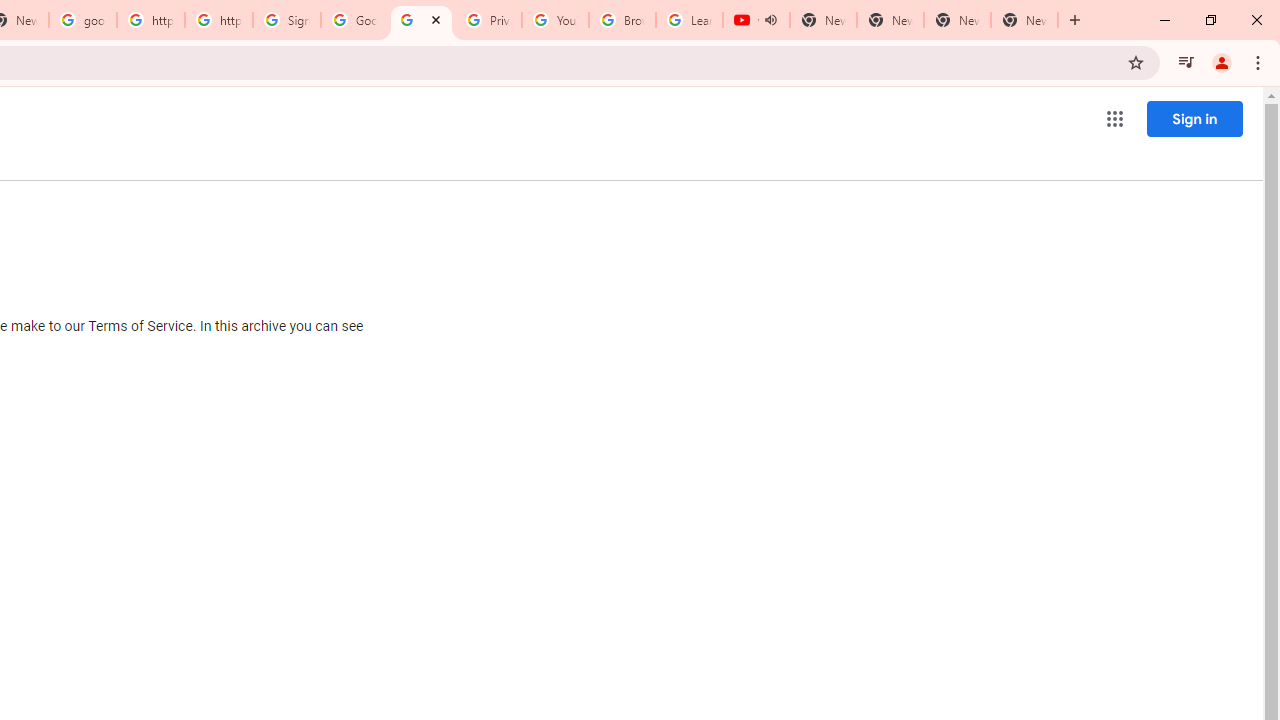 This screenshot has height=720, width=1280. Describe the element at coordinates (150, 20) in the screenshot. I see `'https://scholar.google.com/'` at that location.